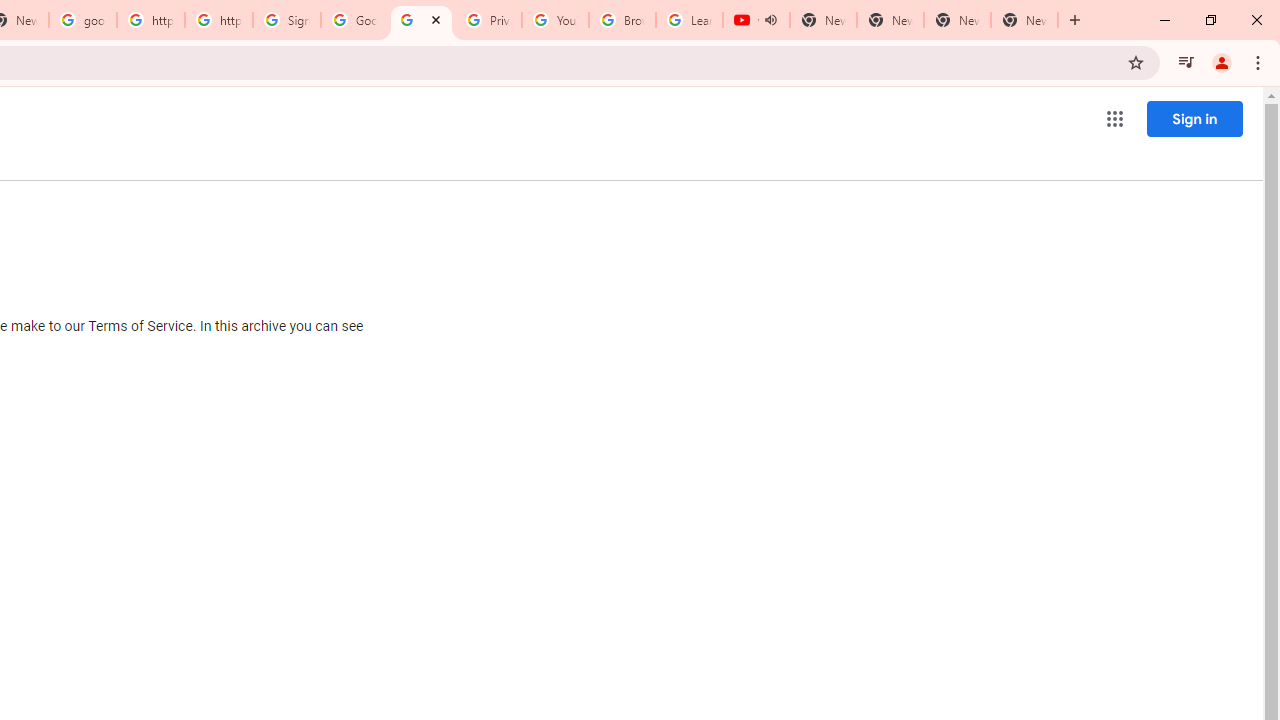 This screenshot has height=720, width=1280. Describe the element at coordinates (150, 20) in the screenshot. I see `'https://scholar.google.com/'` at that location.